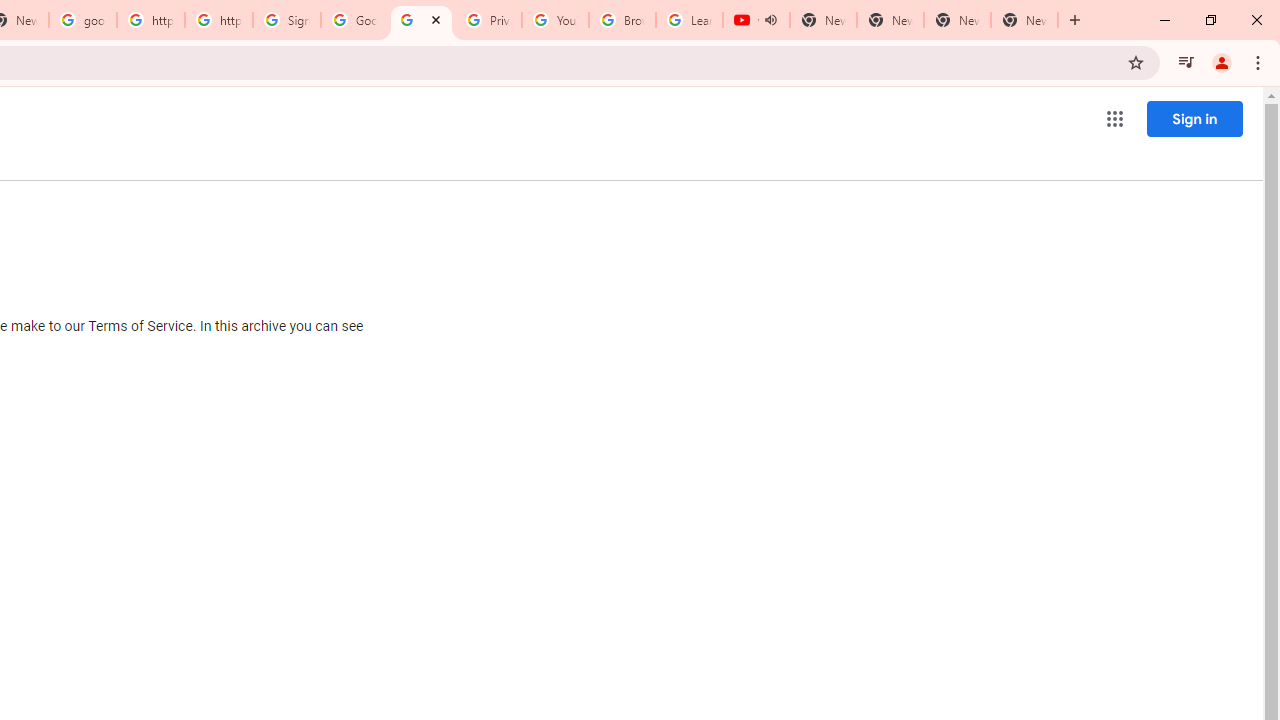 This screenshot has height=720, width=1280. Describe the element at coordinates (150, 20) in the screenshot. I see `'https://scholar.google.com/'` at that location.